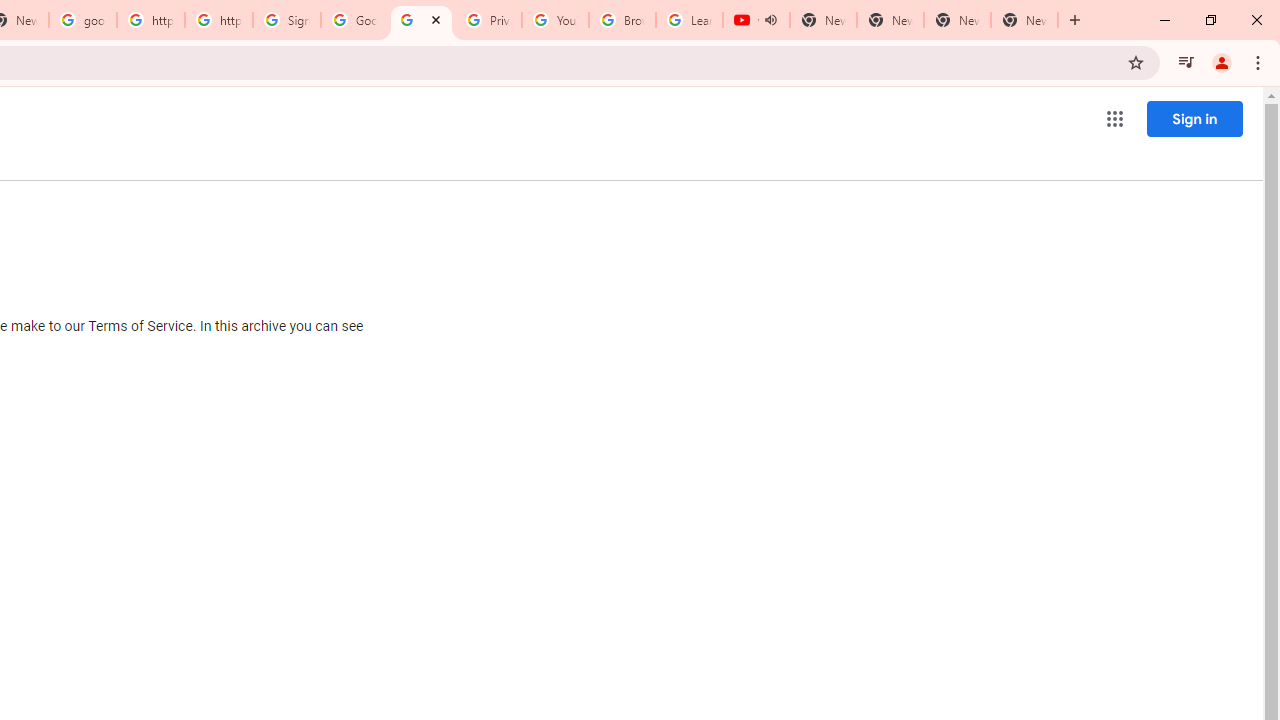 This screenshot has height=720, width=1280. Describe the element at coordinates (150, 20) in the screenshot. I see `'https://scholar.google.com/'` at that location.